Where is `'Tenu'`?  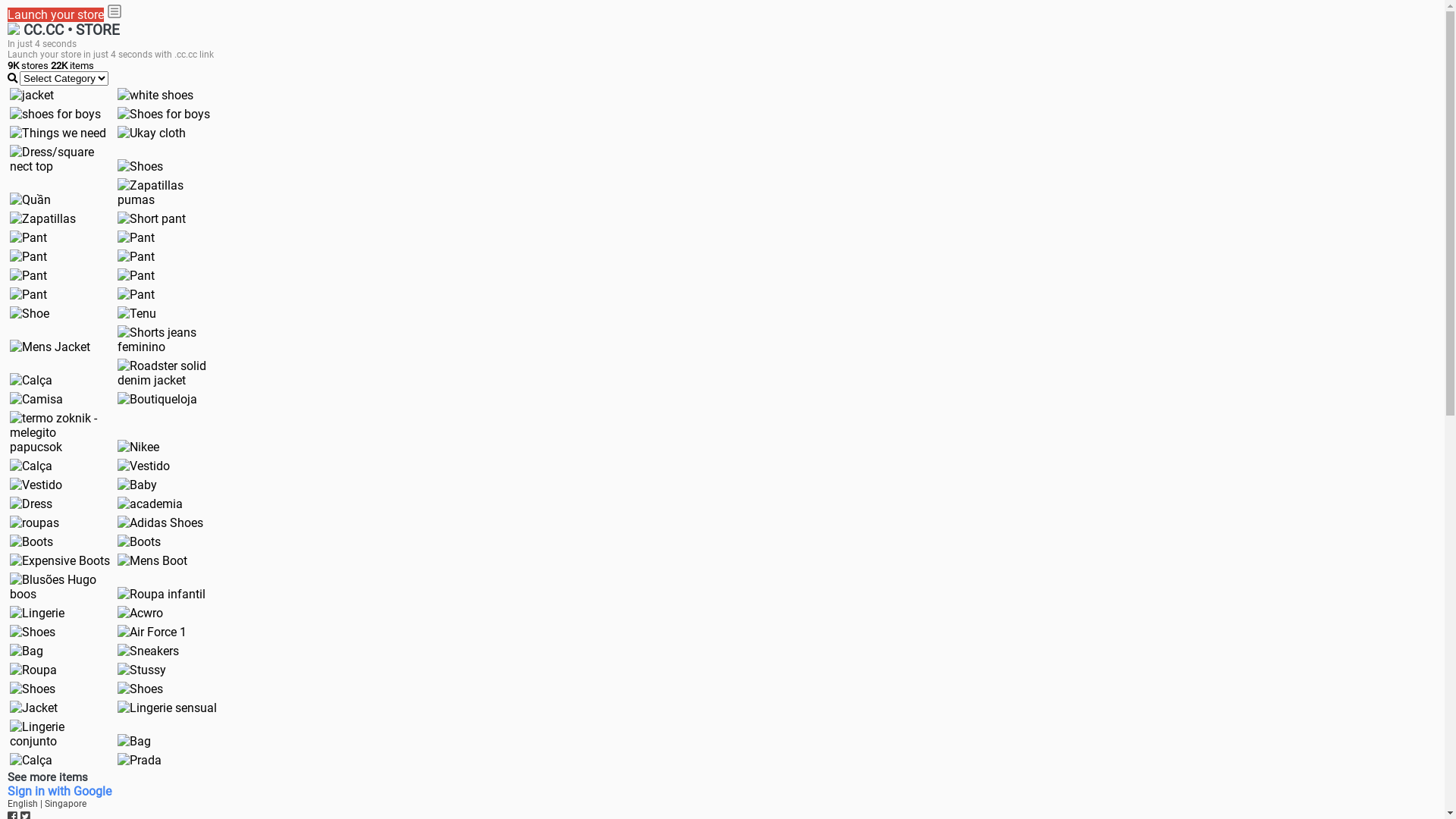
'Tenu' is located at coordinates (136, 312).